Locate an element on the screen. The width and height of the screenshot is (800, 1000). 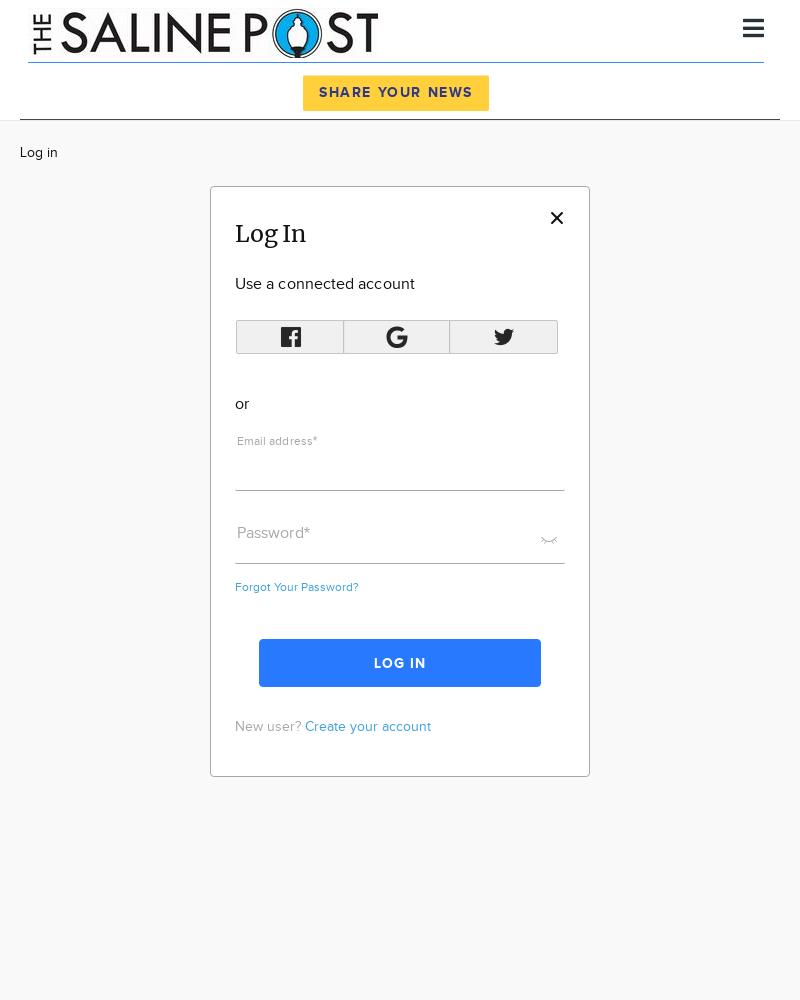
'Email address' is located at coordinates (274, 439).